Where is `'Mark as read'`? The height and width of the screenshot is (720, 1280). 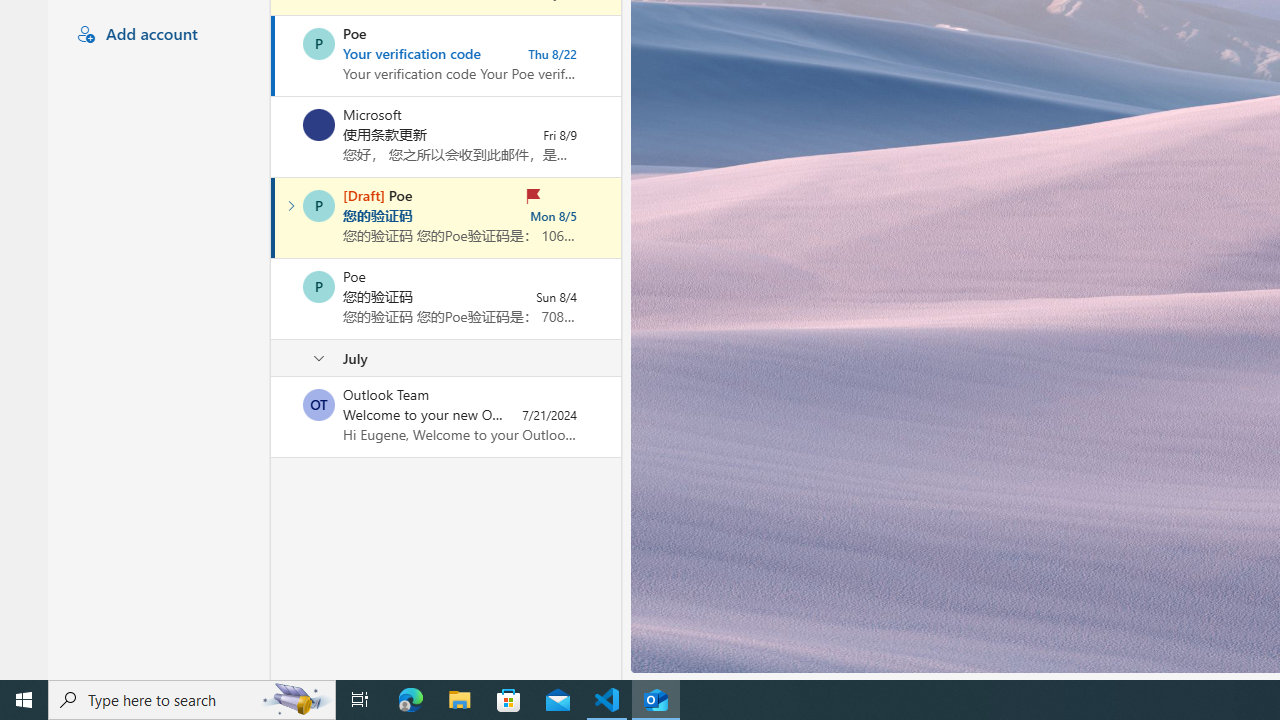
'Mark as read' is located at coordinates (272, 217).